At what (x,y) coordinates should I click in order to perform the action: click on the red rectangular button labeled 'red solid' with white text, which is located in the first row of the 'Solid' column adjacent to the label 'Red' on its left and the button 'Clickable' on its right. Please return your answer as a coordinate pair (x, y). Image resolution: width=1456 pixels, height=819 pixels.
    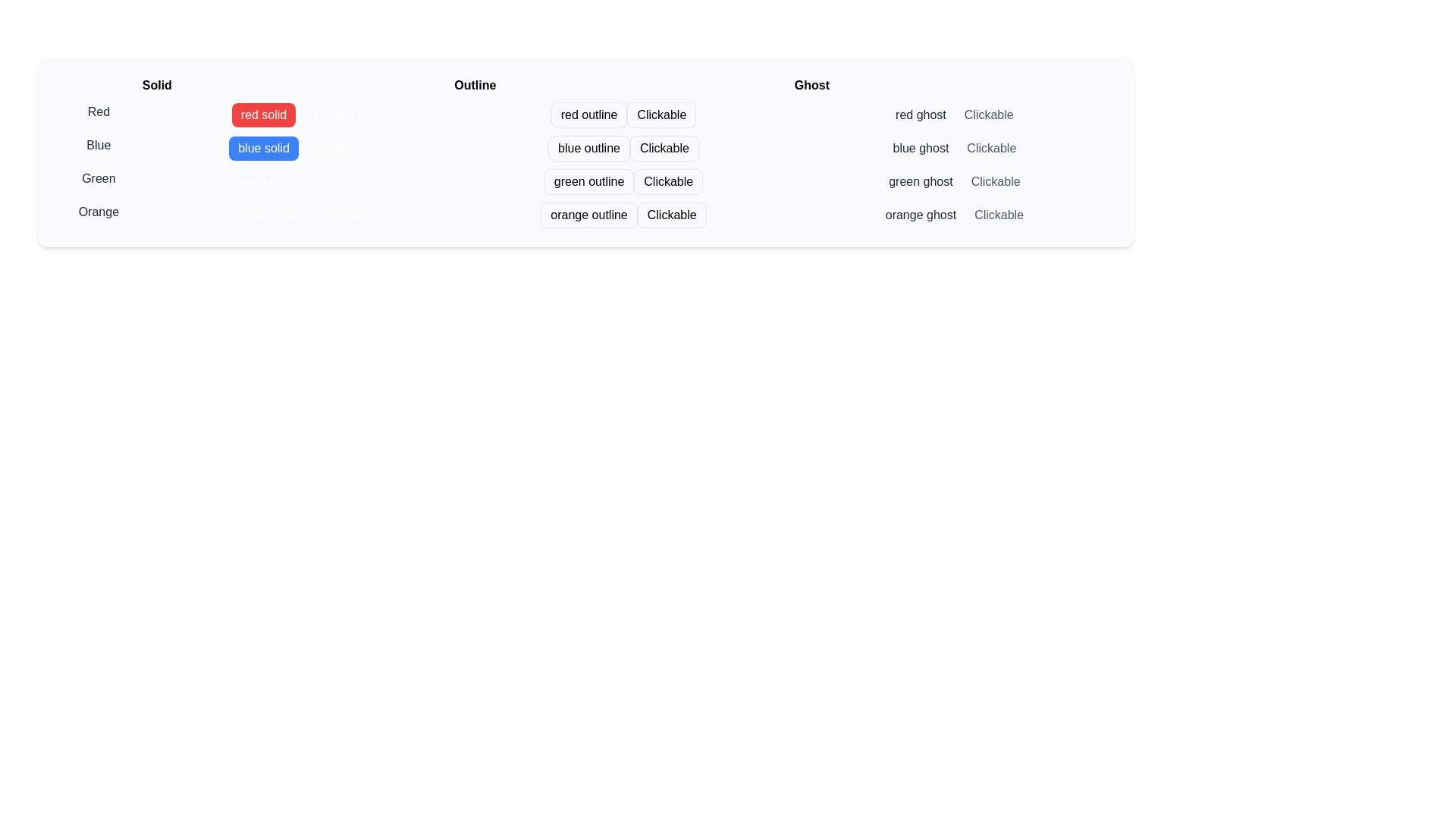
    Looking at the image, I should click on (263, 114).